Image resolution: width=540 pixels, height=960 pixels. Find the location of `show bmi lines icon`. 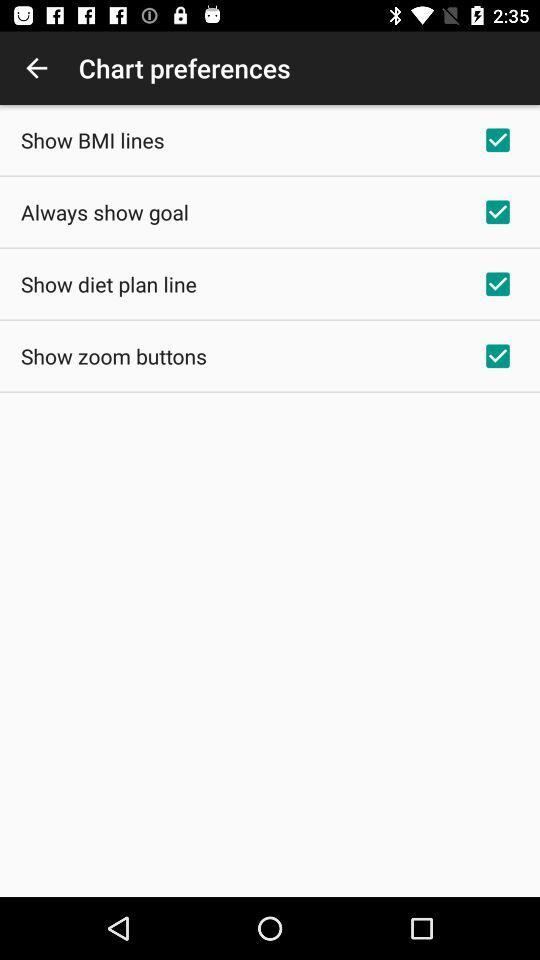

show bmi lines icon is located at coordinates (91, 139).